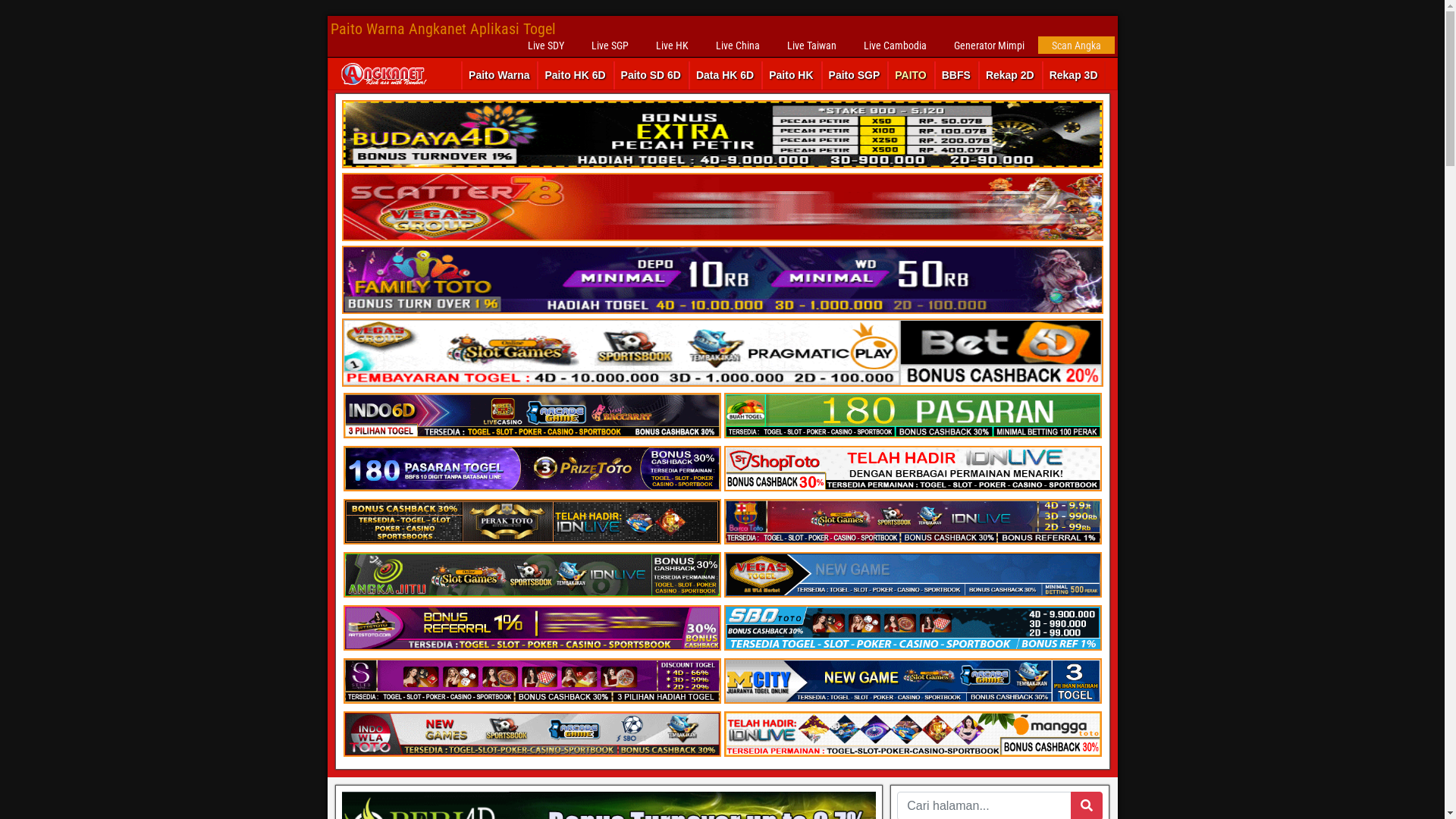  What do you see at coordinates (531, 520) in the screenshot?
I see `'Bandar Judi Online Terpercaya PERAKTOTO'` at bounding box center [531, 520].